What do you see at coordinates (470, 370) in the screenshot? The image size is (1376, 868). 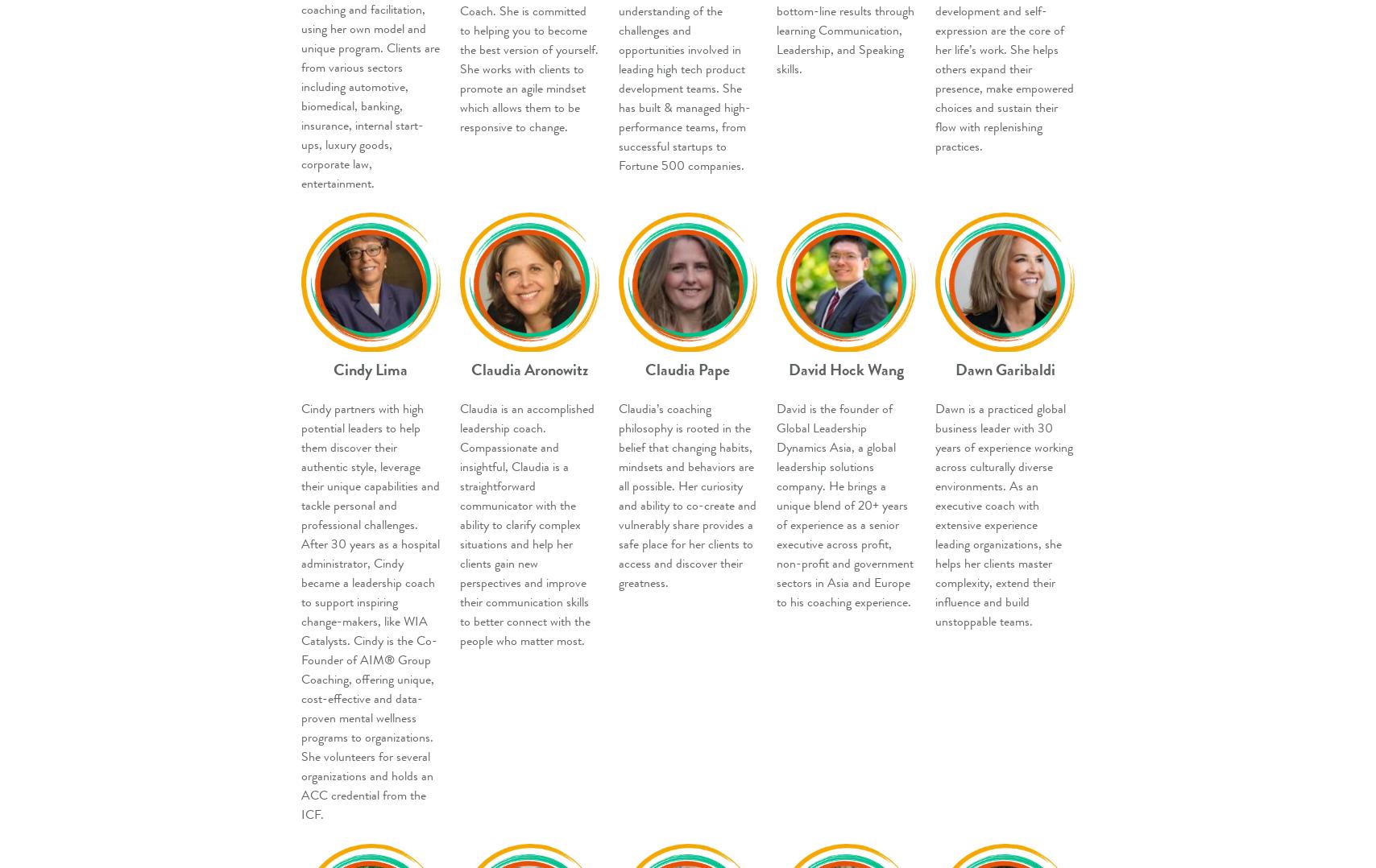 I see `'Claudia Aronowitz'` at bounding box center [470, 370].